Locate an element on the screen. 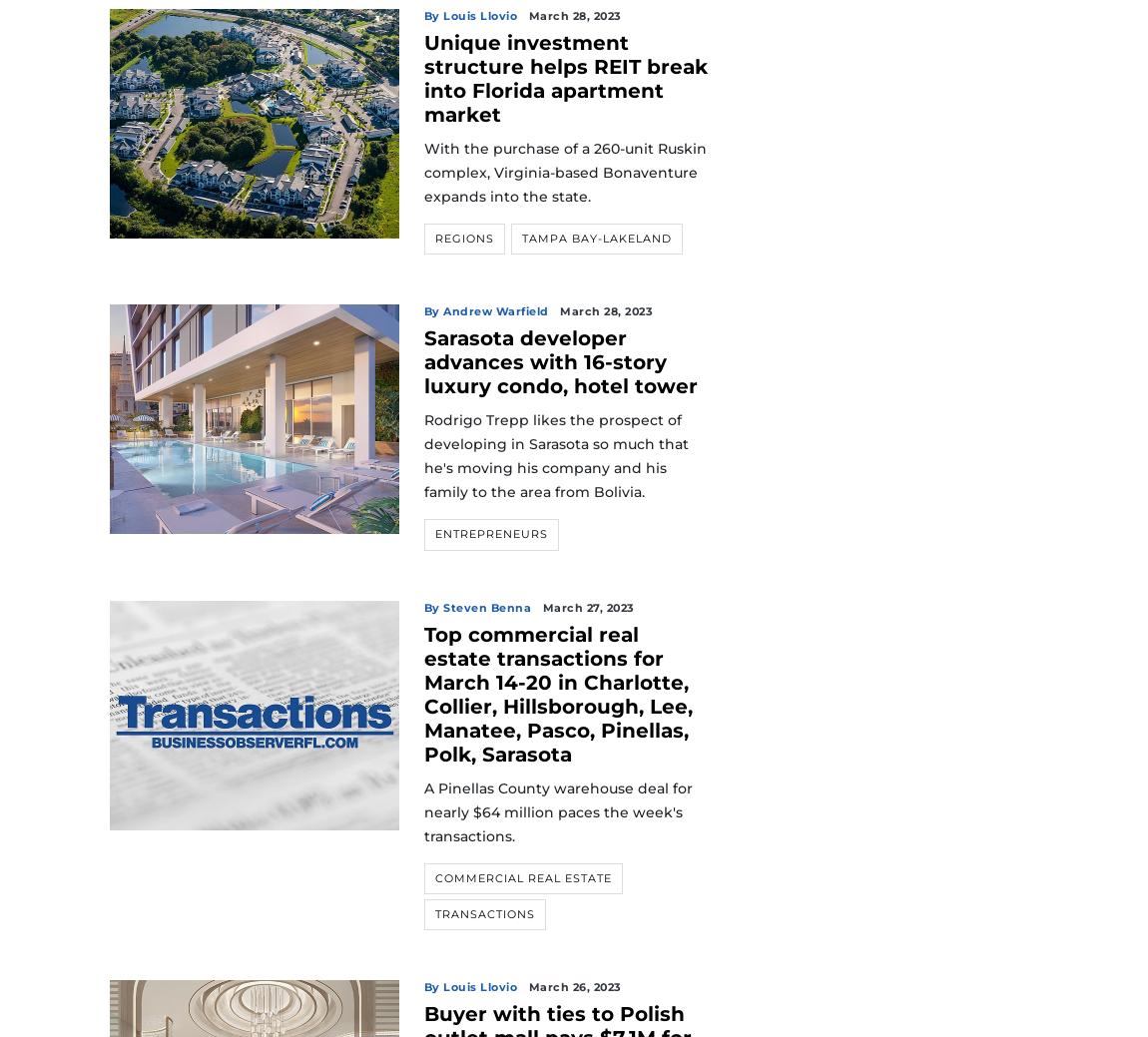  'March 26, 2023' is located at coordinates (574, 987).